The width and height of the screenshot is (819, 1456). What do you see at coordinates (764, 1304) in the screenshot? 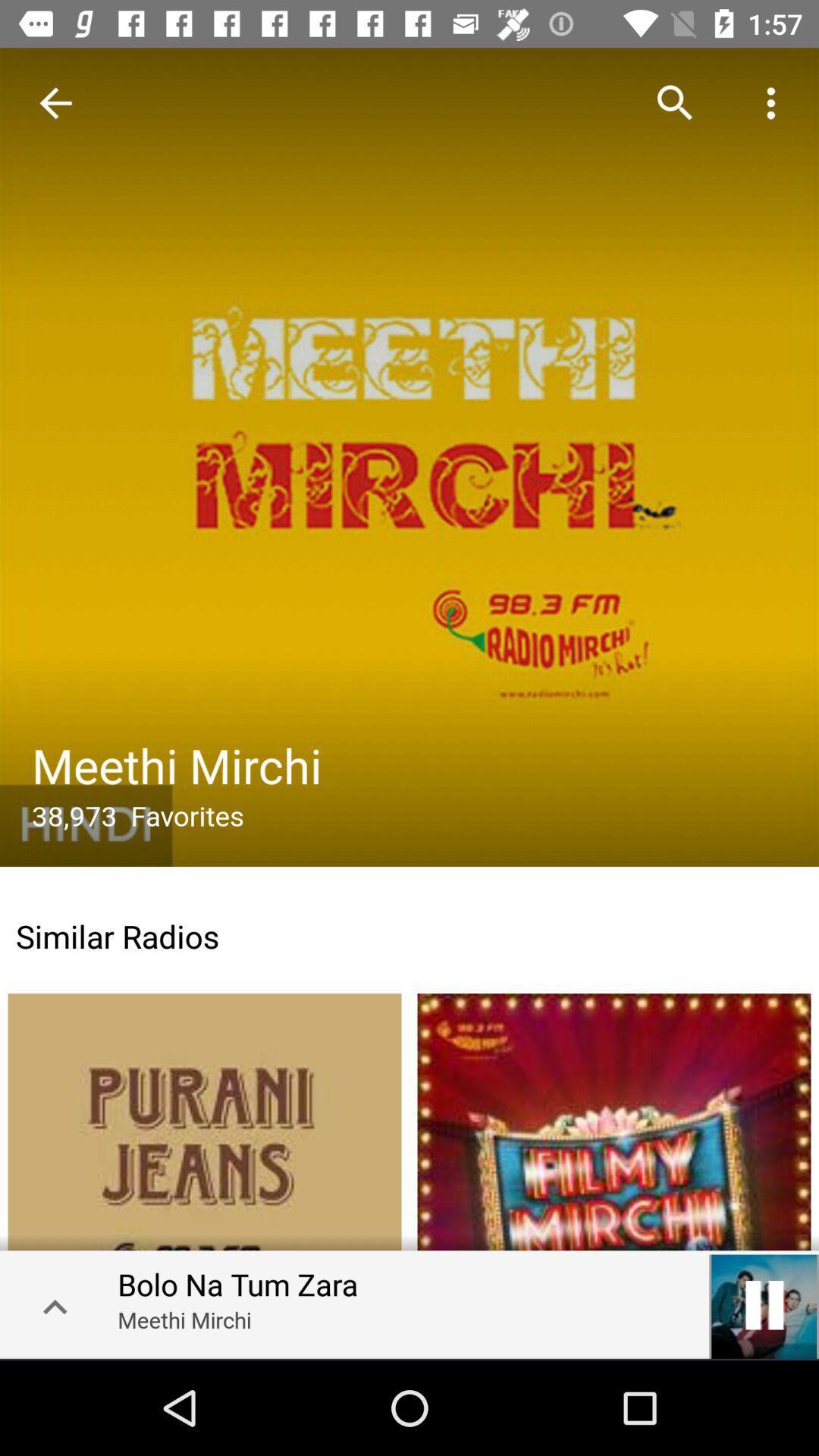
I see `the pause icon` at bounding box center [764, 1304].